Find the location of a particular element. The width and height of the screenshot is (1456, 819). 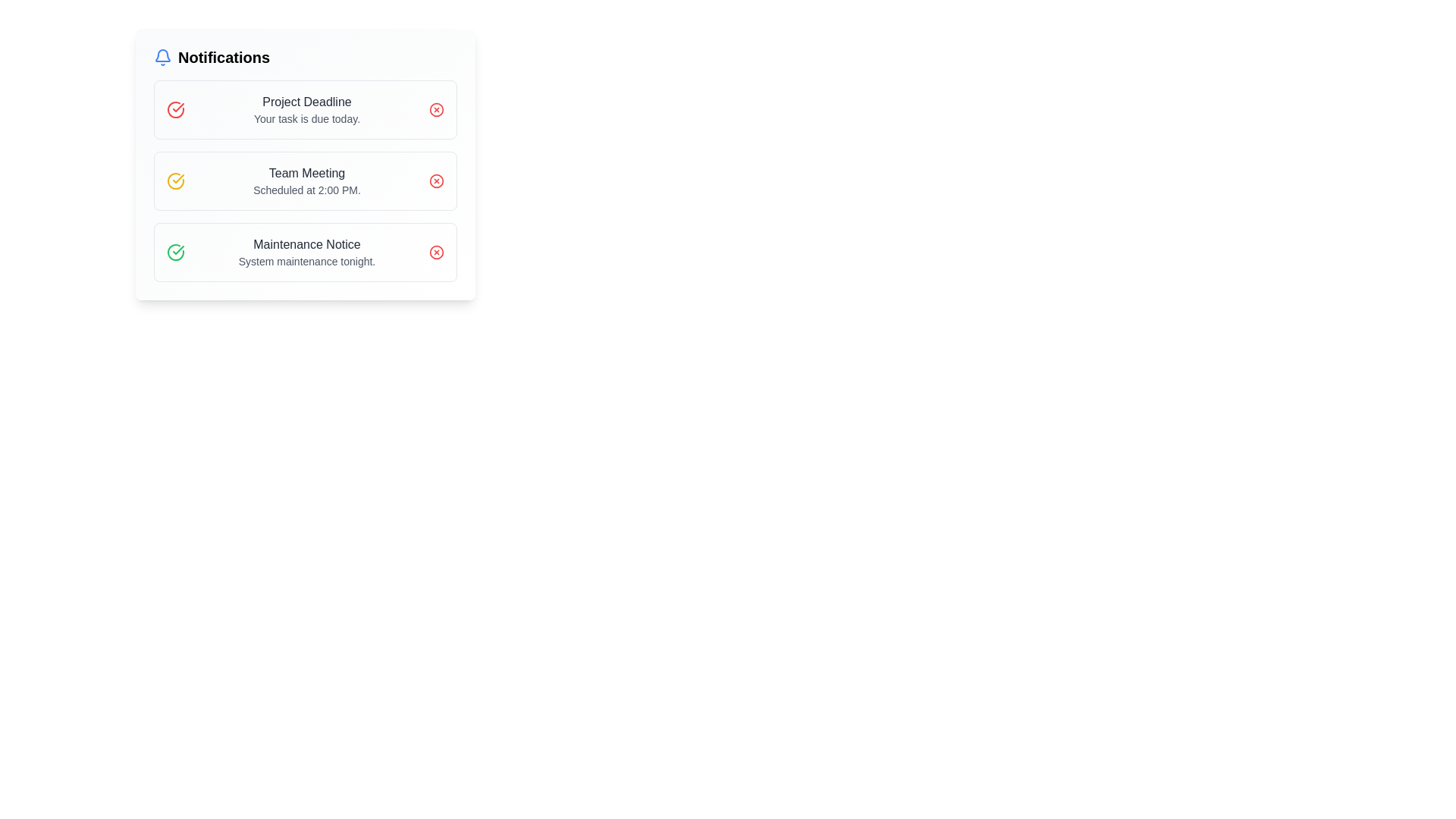

the symbolic meaning of the green circular confirmation icon indicating completion related to the 'Maintenance Notice' in the 'Notifications' section is located at coordinates (175, 251).